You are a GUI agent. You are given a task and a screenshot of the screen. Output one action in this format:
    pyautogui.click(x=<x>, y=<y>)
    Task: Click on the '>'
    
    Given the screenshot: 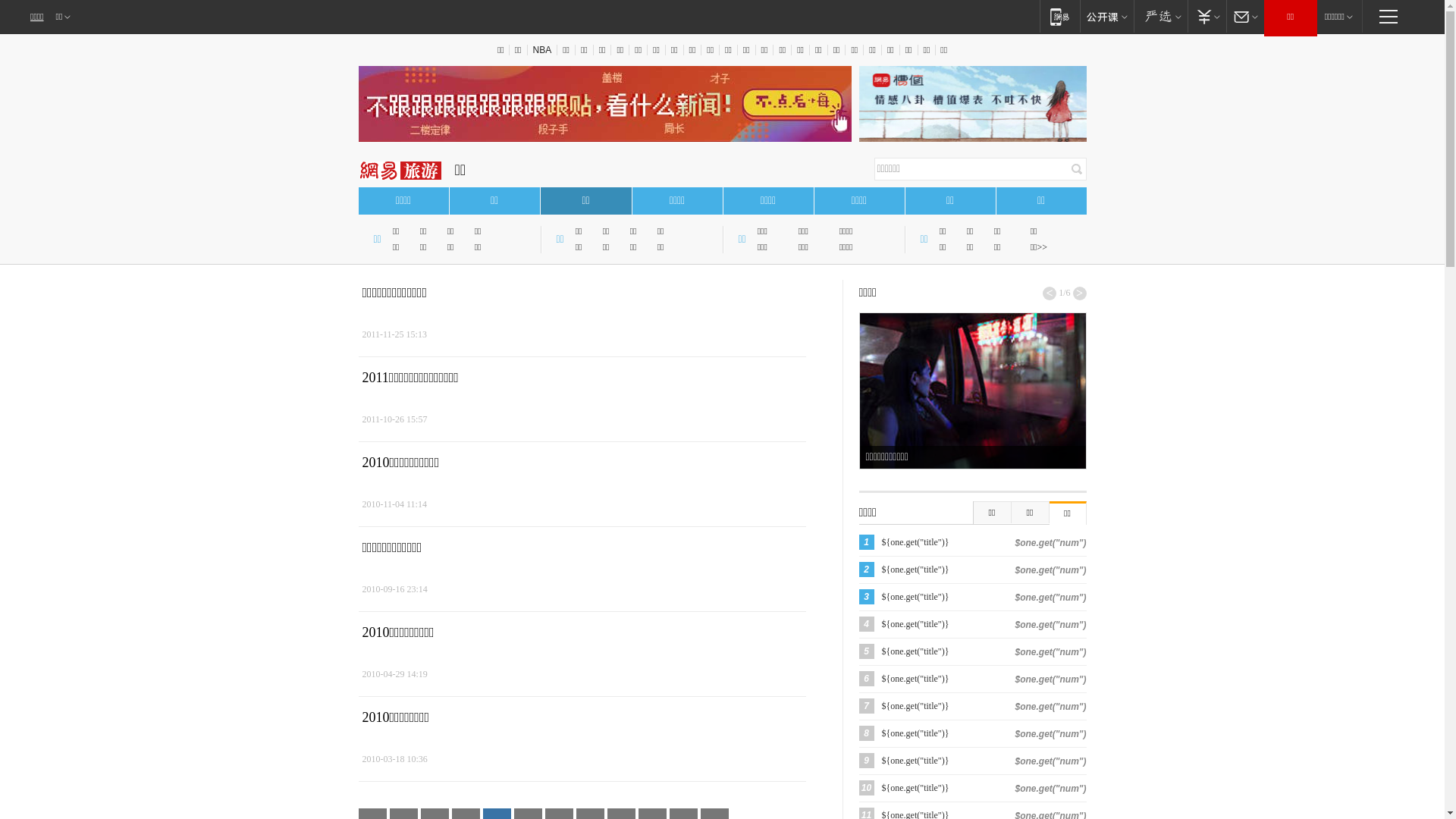 What is the action you would take?
    pyautogui.click(x=1078, y=293)
    